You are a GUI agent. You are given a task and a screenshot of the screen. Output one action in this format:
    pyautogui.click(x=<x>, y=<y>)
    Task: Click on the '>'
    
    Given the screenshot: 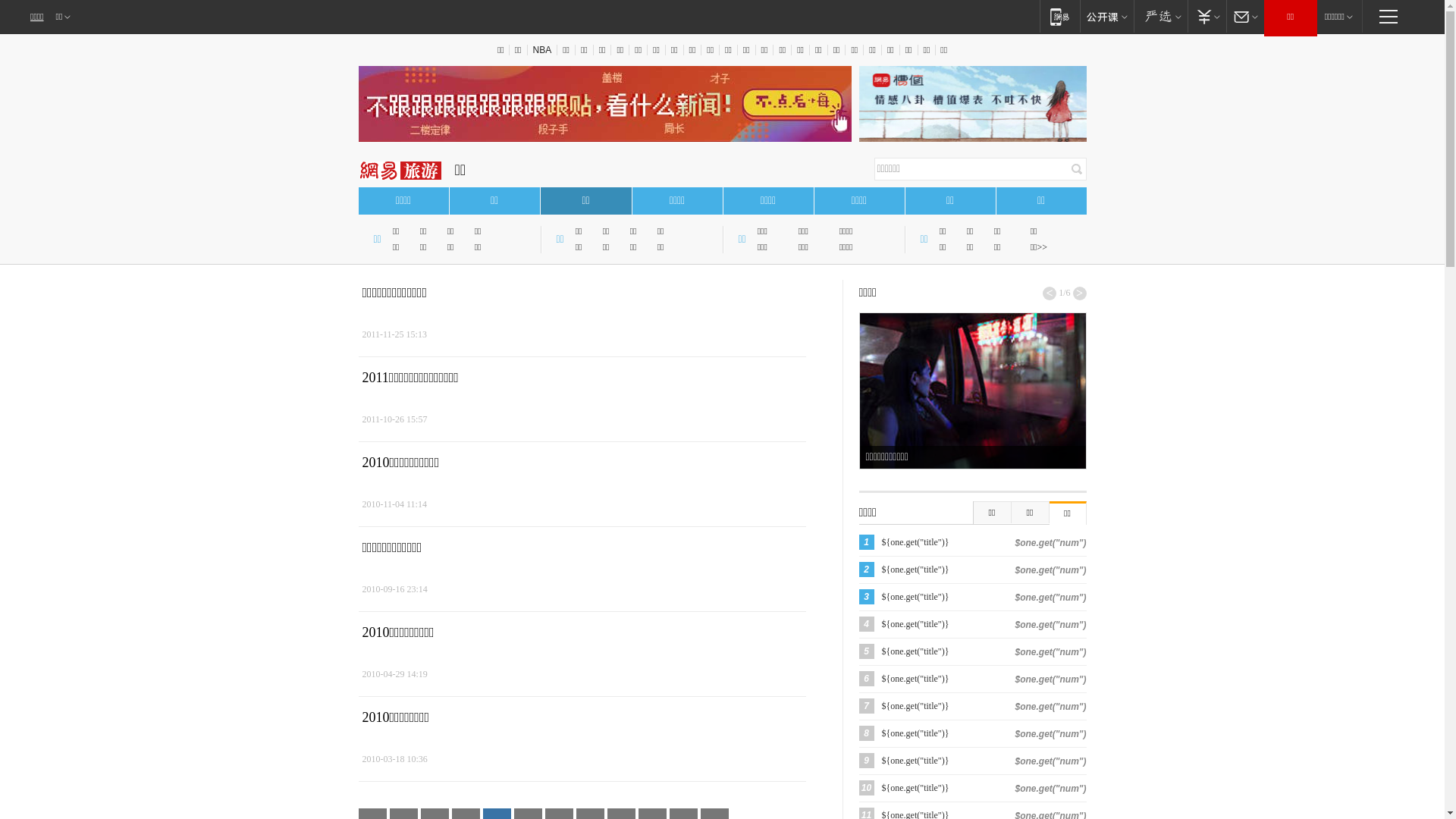 What is the action you would take?
    pyautogui.click(x=1078, y=293)
    